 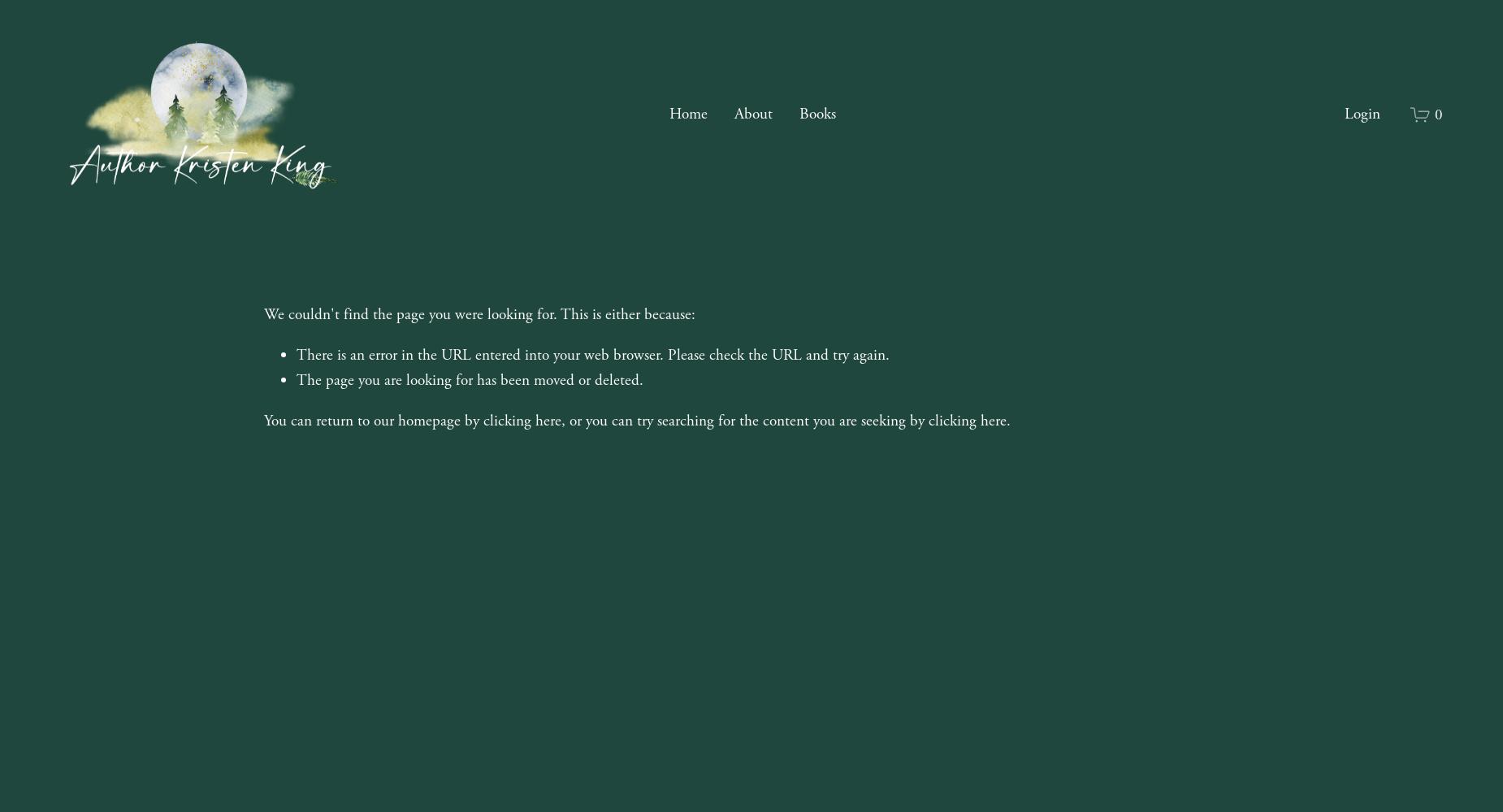 What do you see at coordinates (1007, 420) in the screenshot?
I see `'.'` at bounding box center [1007, 420].